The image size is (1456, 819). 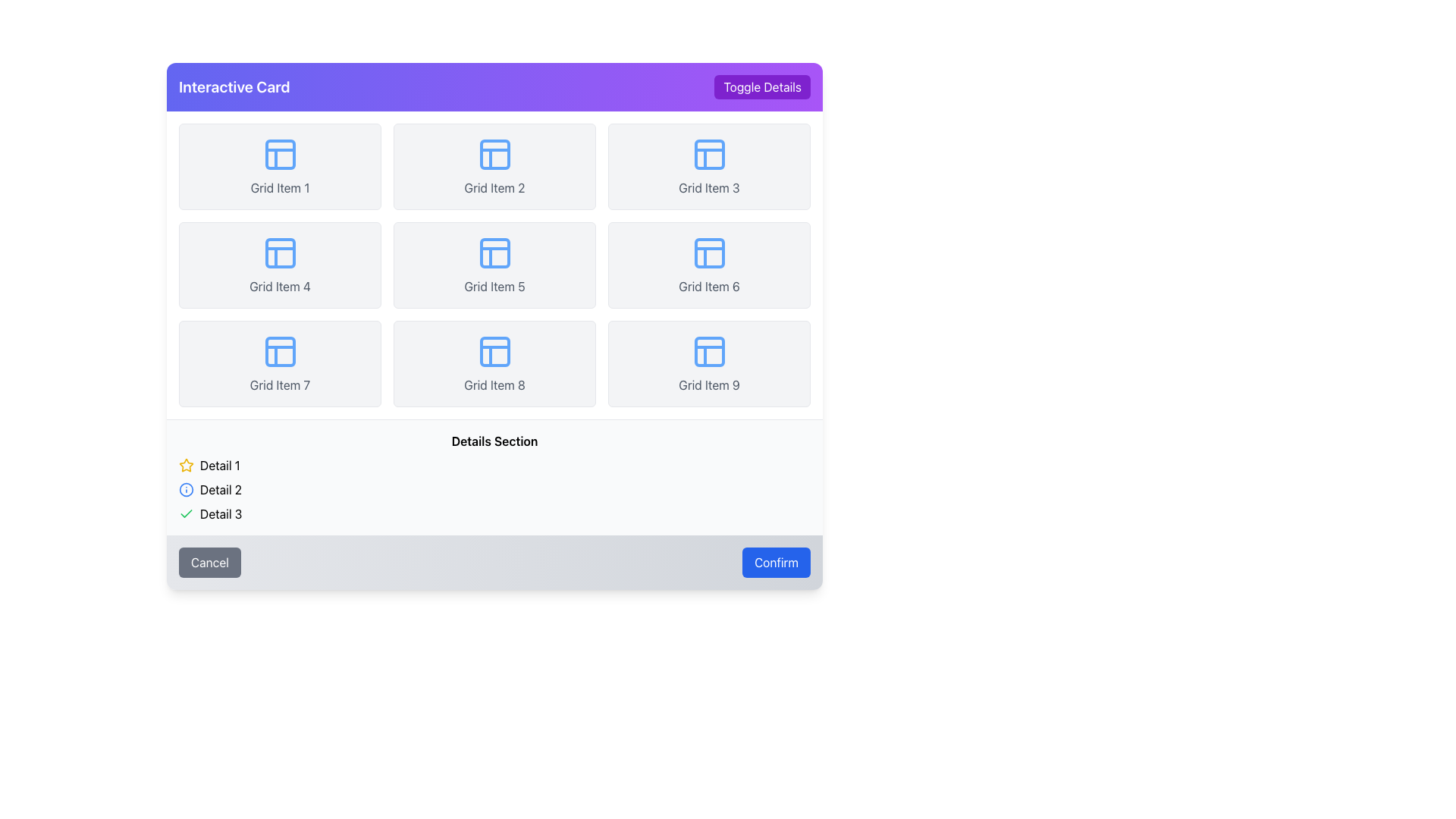 What do you see at coordinates (185, 464) in the screenshot?
I see `the status icon located to the left of the text 'Detail 1' in the details section beneath the grid layout` at bounding box center [185, 464].